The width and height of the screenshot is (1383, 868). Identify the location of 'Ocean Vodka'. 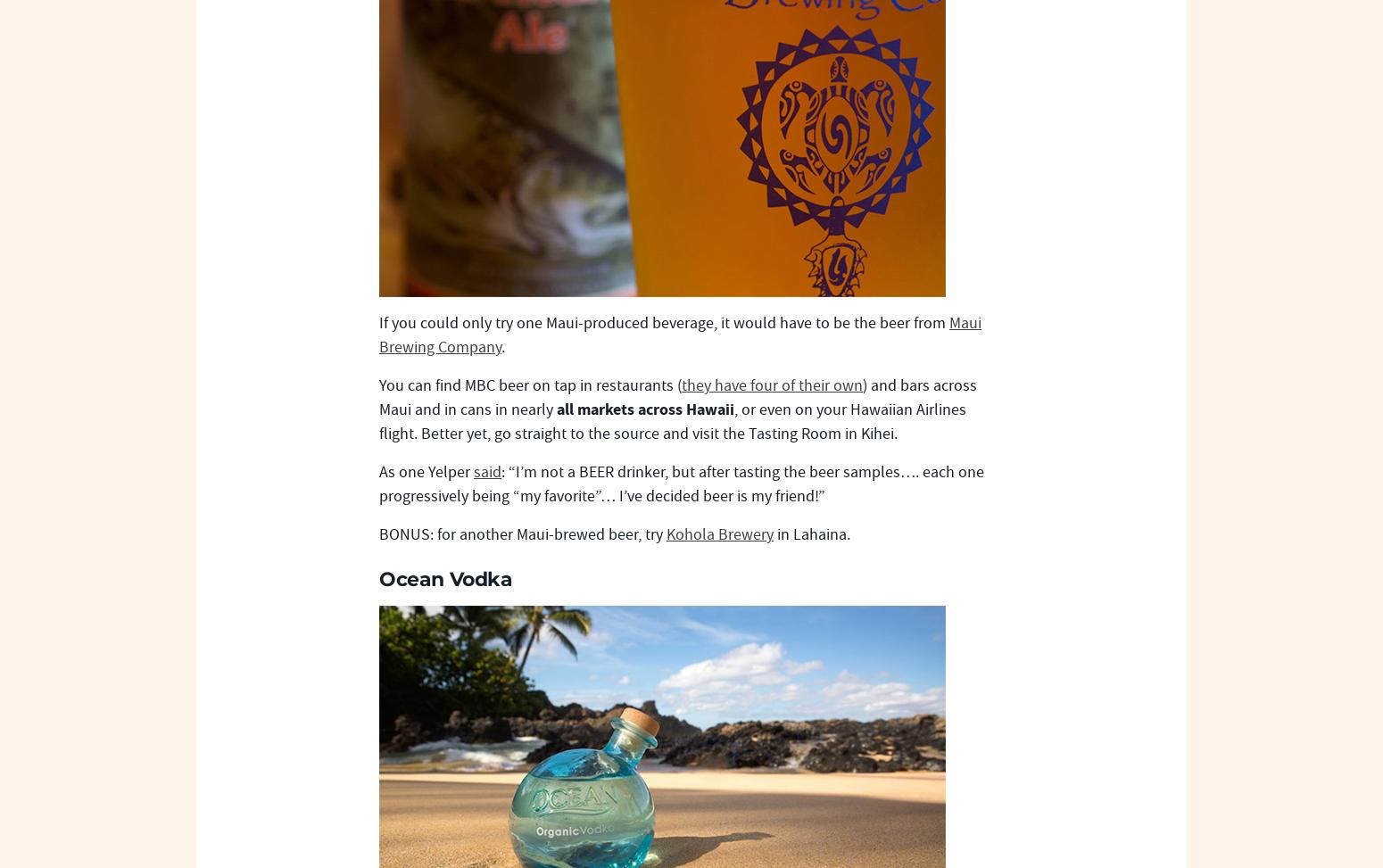
(379, 578).